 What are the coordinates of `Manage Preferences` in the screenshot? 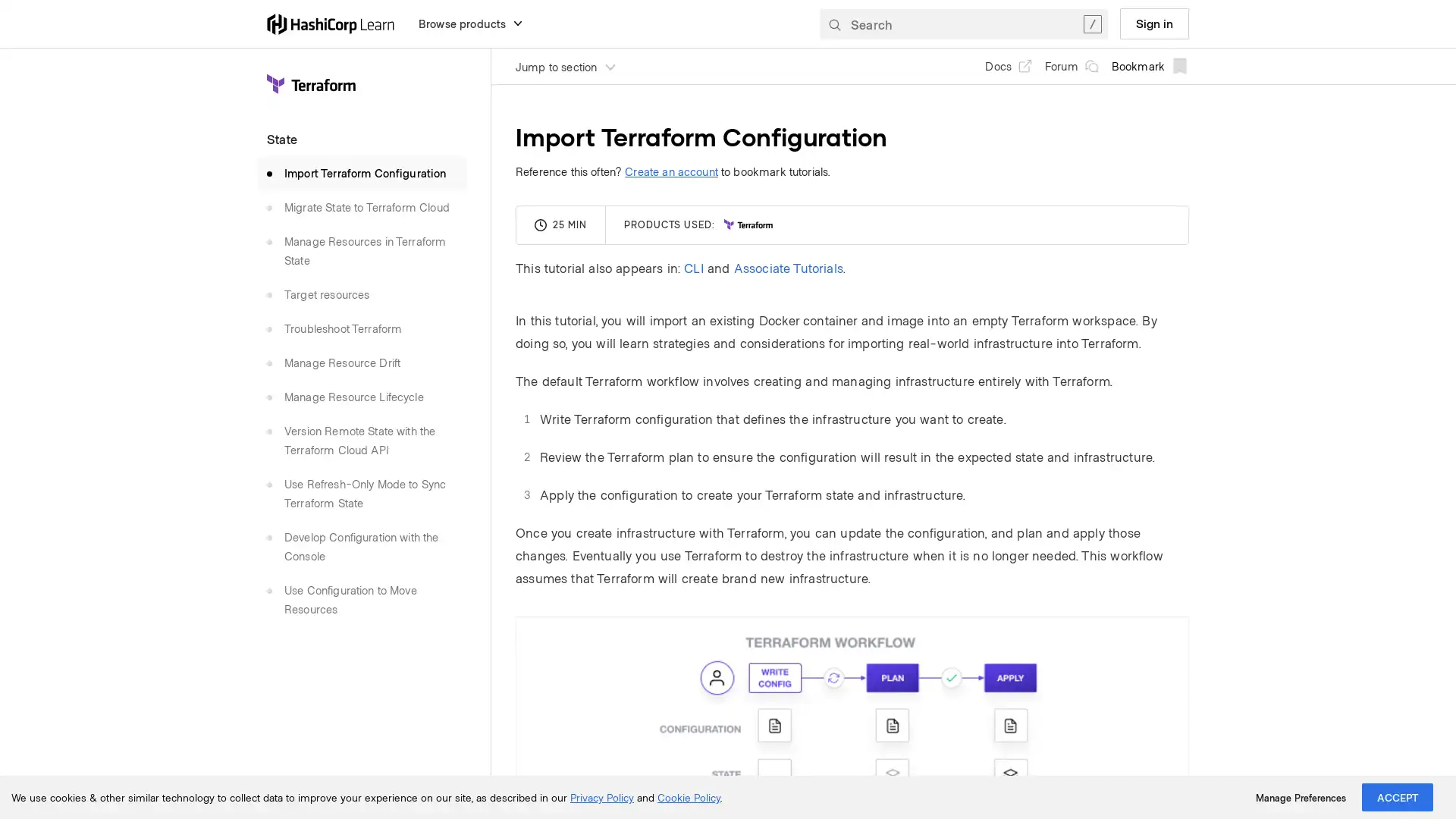 It's located at (1300, 797).